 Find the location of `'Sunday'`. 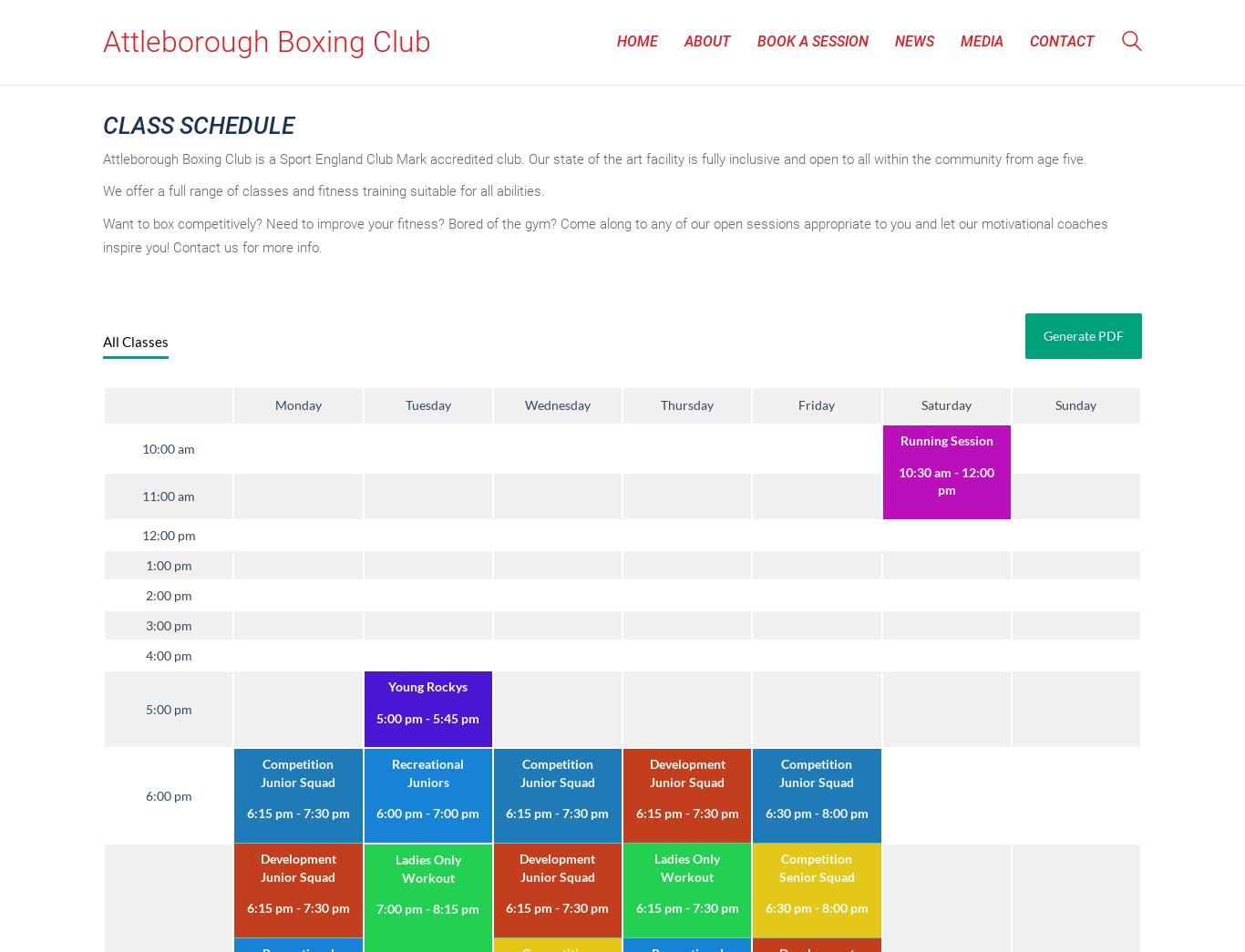

'Sunday' is located at coordinates (1075, 404).